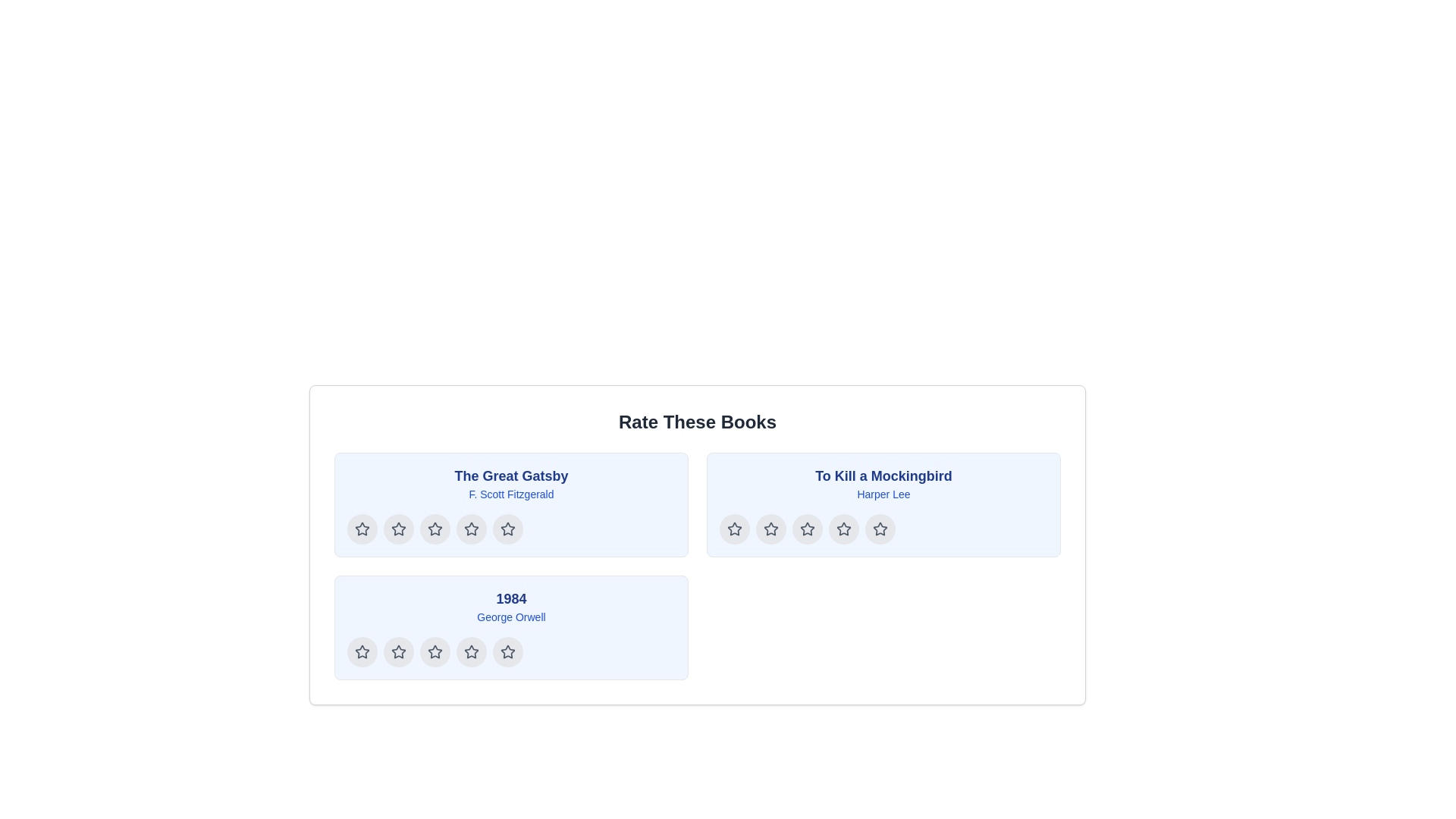 The height and width of the screenshot is (819, 1456). What do you see at coordinates (807, 529) in the screenshot?
I see `the third star icon from the left in the rating section under the title 'To Kill a Mockingbird'` at bounding box center [807, 529].